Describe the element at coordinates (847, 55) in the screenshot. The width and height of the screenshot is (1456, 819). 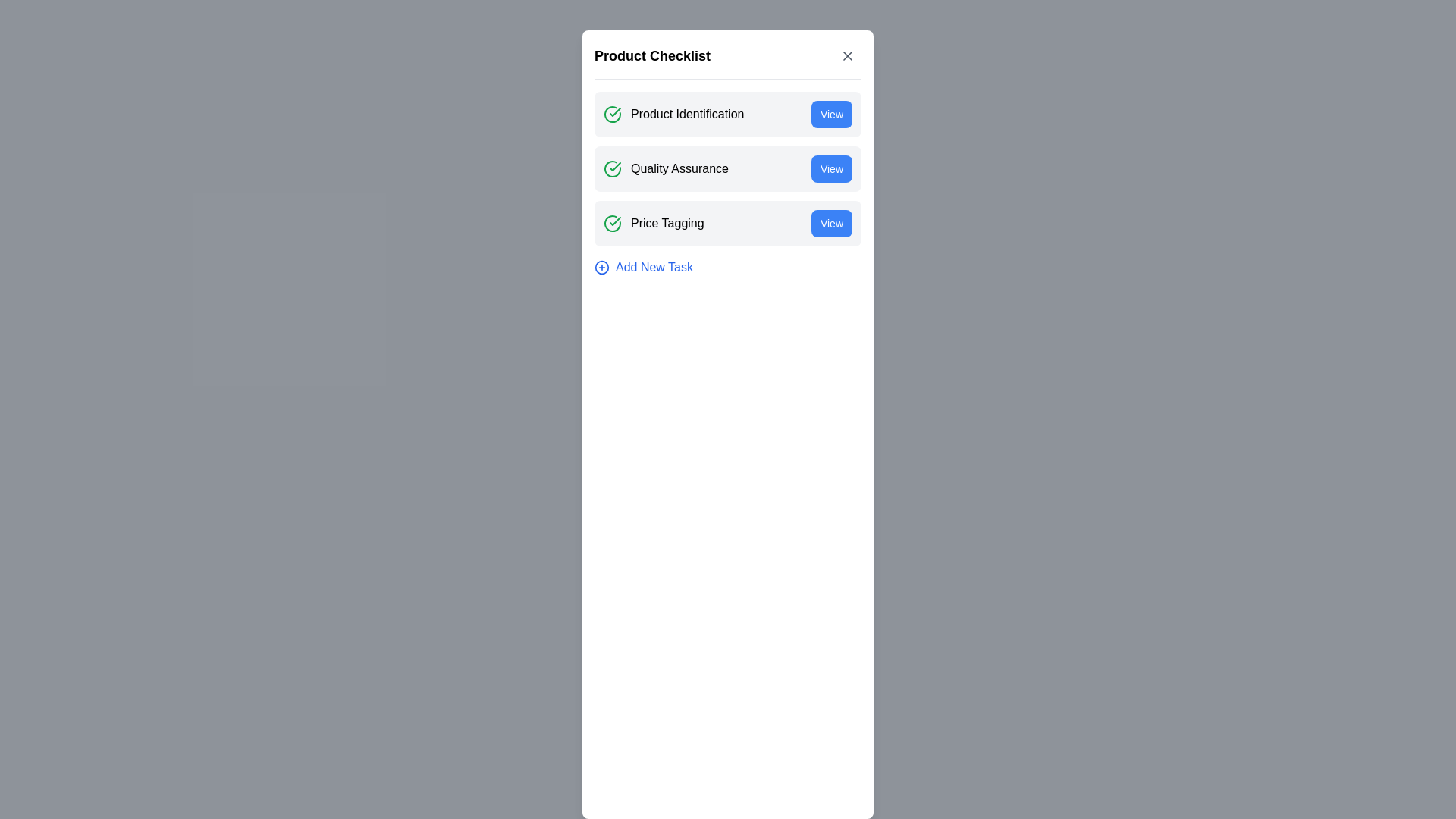
I see `the close button located at the top-right corner of the 'Product Checklist' header section` at that location.